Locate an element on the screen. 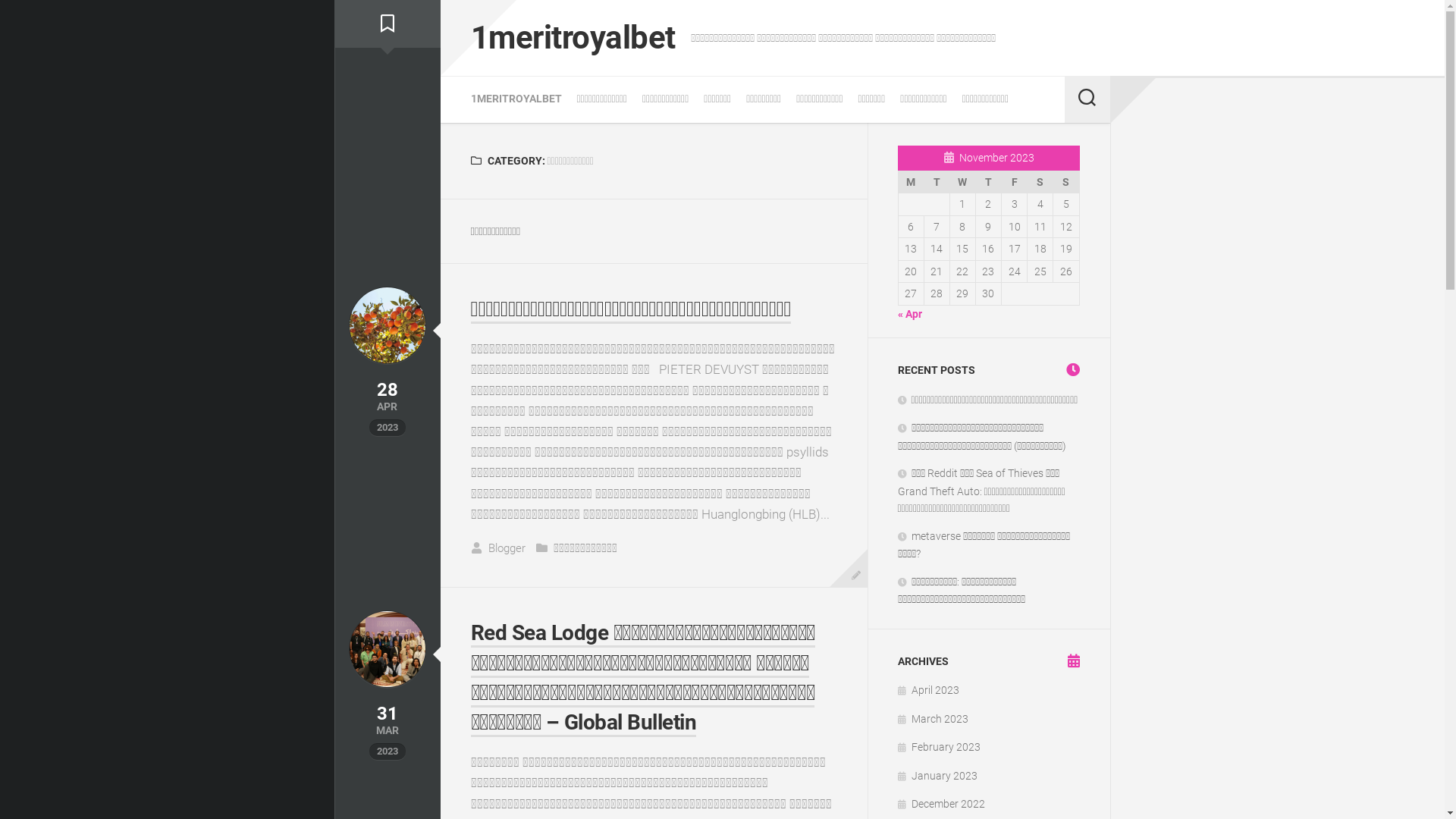 The height and width of the screenshot is (819, 1456). 'Blogger' is located at coordinates (507, 548).